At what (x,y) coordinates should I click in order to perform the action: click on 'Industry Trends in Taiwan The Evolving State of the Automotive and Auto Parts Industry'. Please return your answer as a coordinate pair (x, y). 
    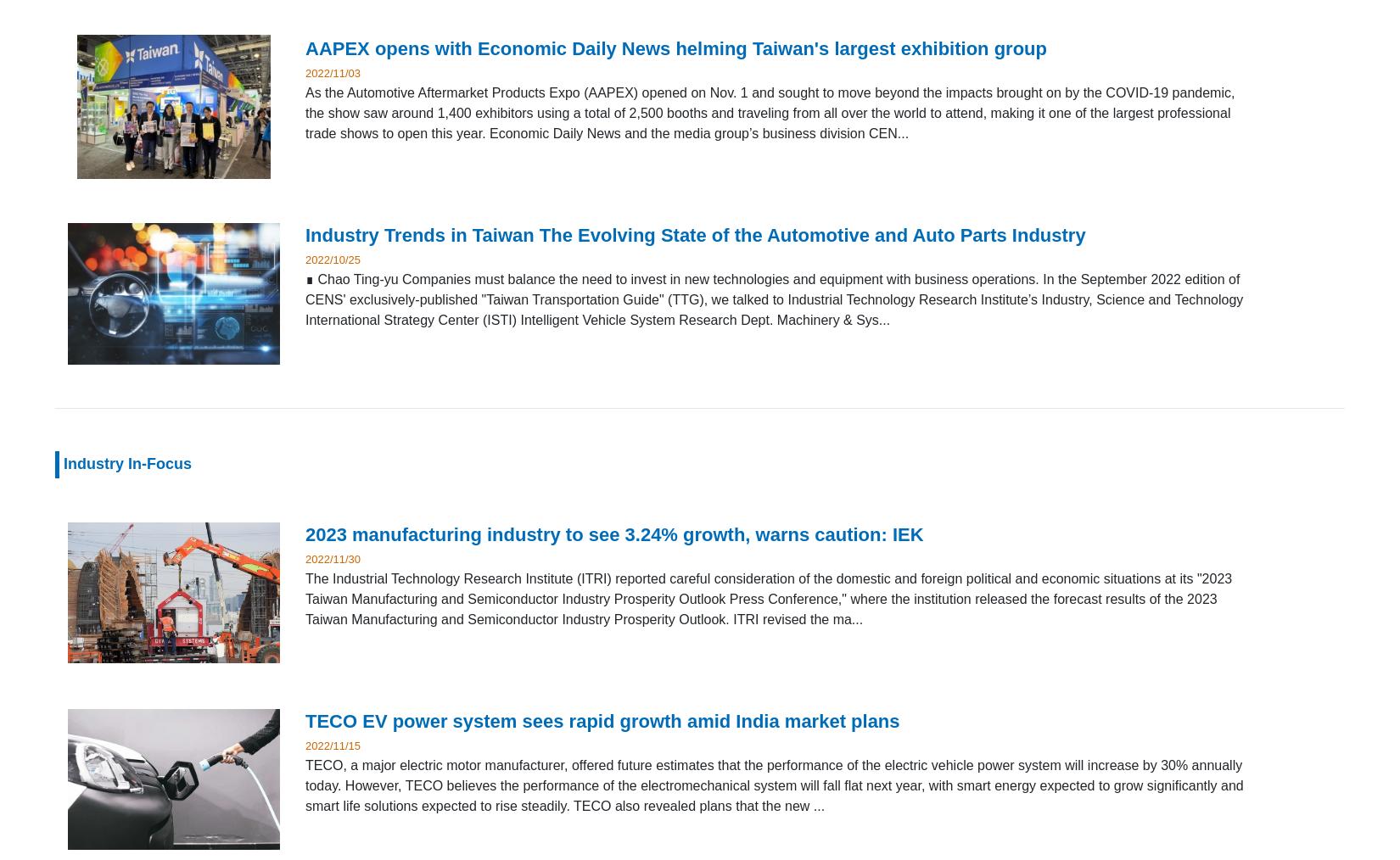
    Looking at the image, I should click on (694, 235).